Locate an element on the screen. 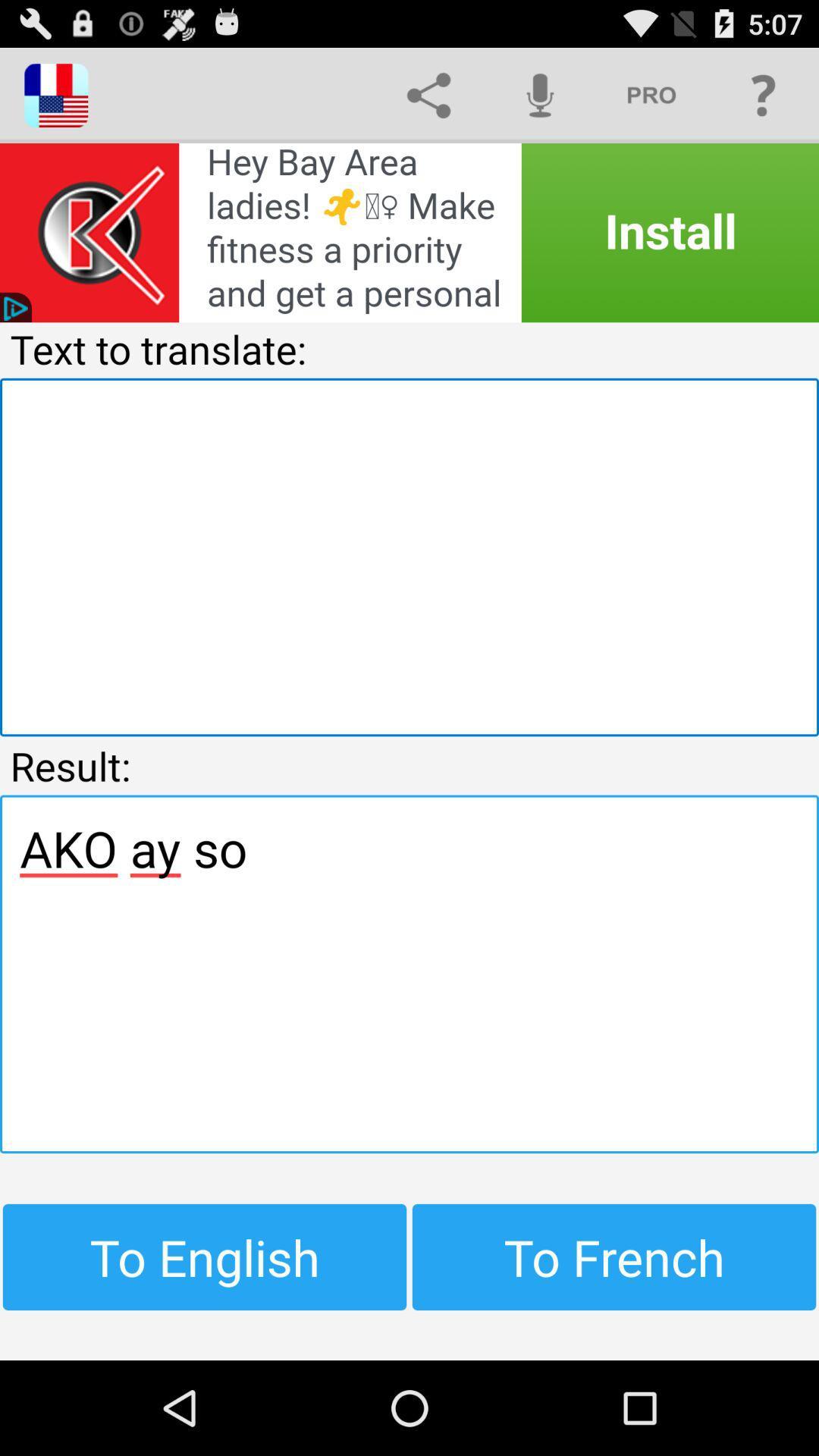  advertisement for a fitness advertisement for women is located at coordinates (409, 232).